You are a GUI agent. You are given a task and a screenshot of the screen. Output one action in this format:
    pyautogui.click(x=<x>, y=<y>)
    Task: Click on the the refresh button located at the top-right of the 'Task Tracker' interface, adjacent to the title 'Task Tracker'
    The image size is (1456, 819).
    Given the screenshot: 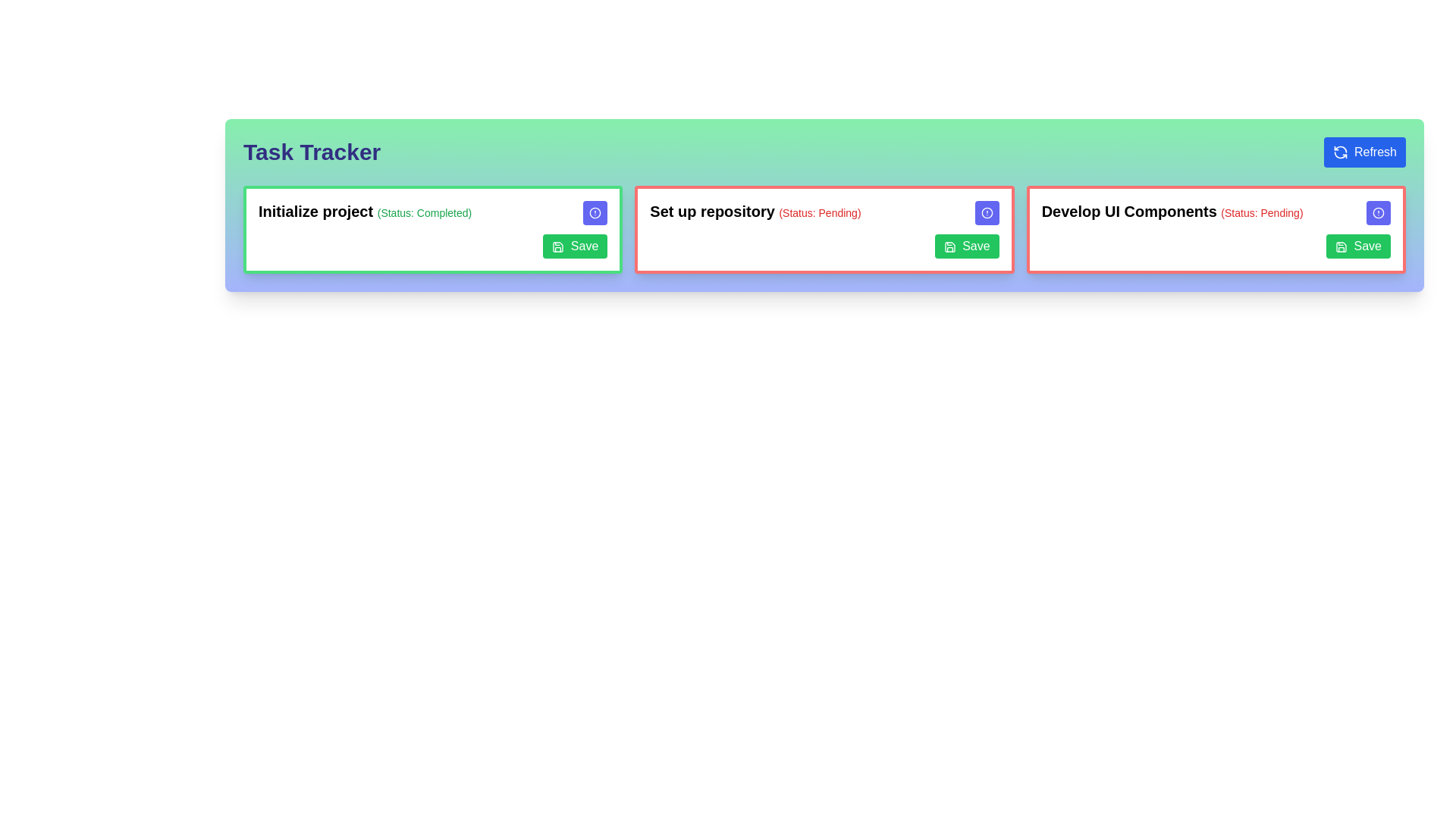 What is the action you would take?
    pyautogui.click(x=1365, y=152)
    